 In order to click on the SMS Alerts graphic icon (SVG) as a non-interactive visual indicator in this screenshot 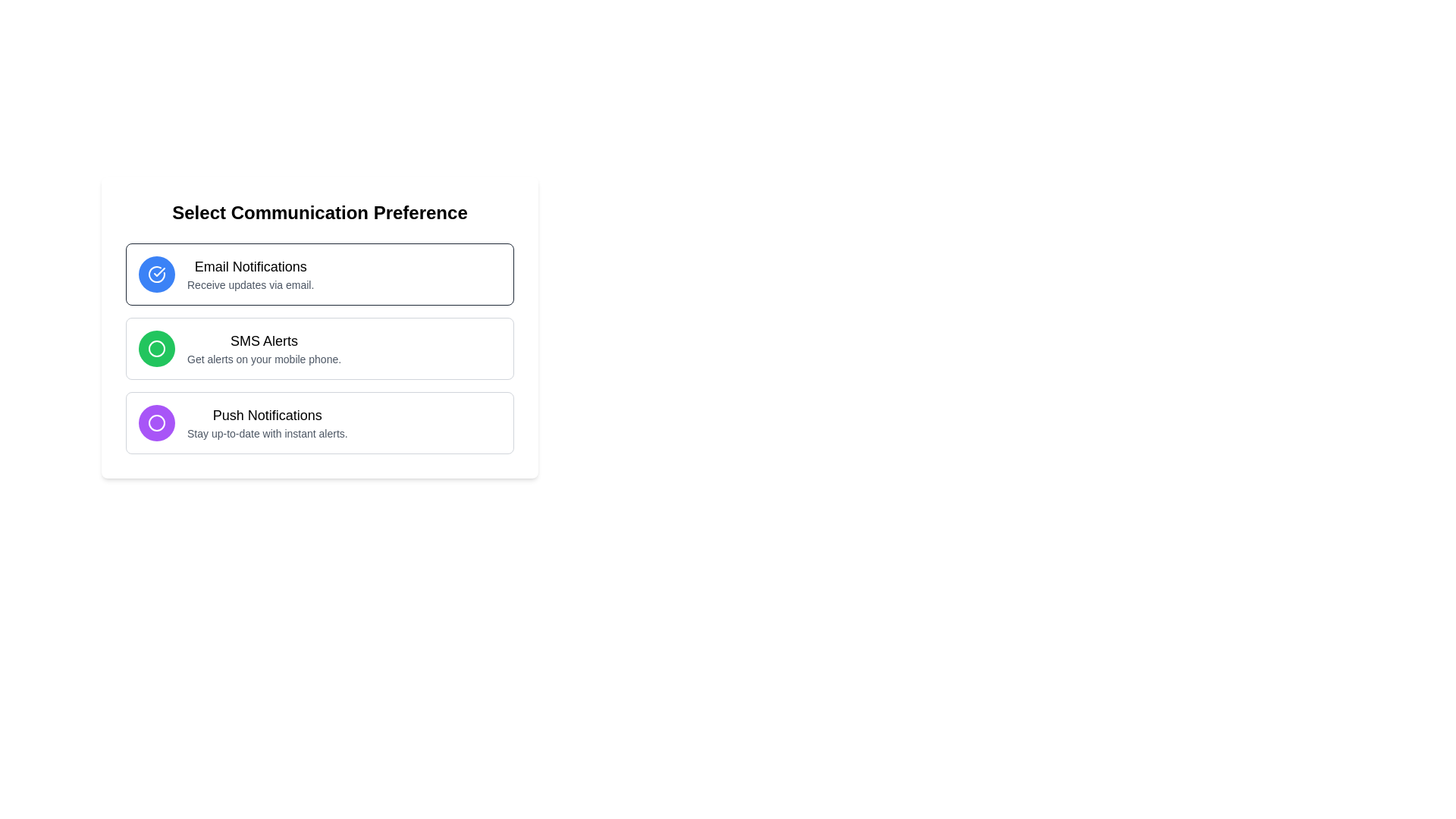, I will do `click(156, 348)`.